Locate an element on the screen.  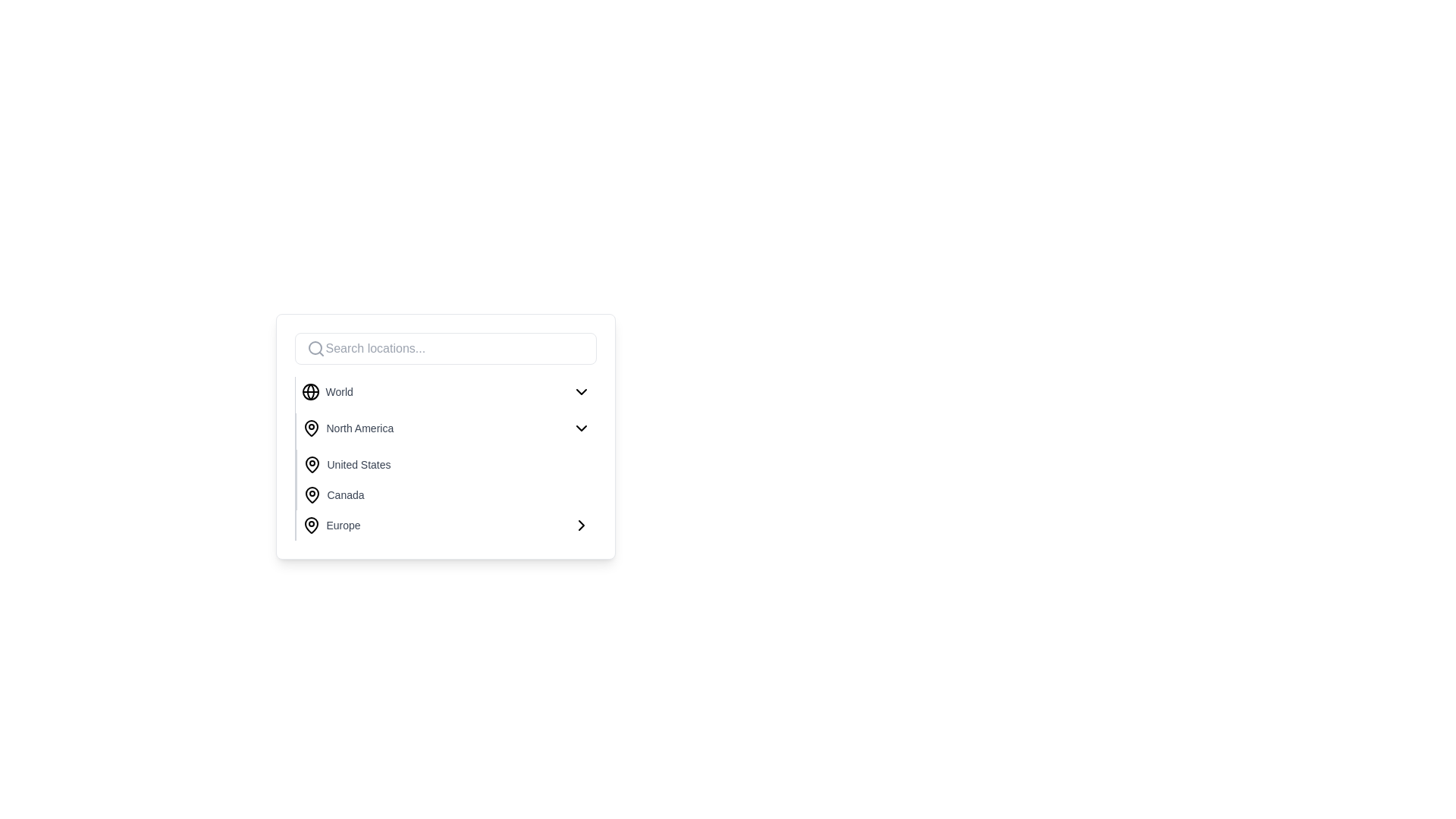
the Text label representing the selectable geographic location Canada, located in the fourth row of the location selection menu to the right of the map pin icon is located at coordinates (345, 494).